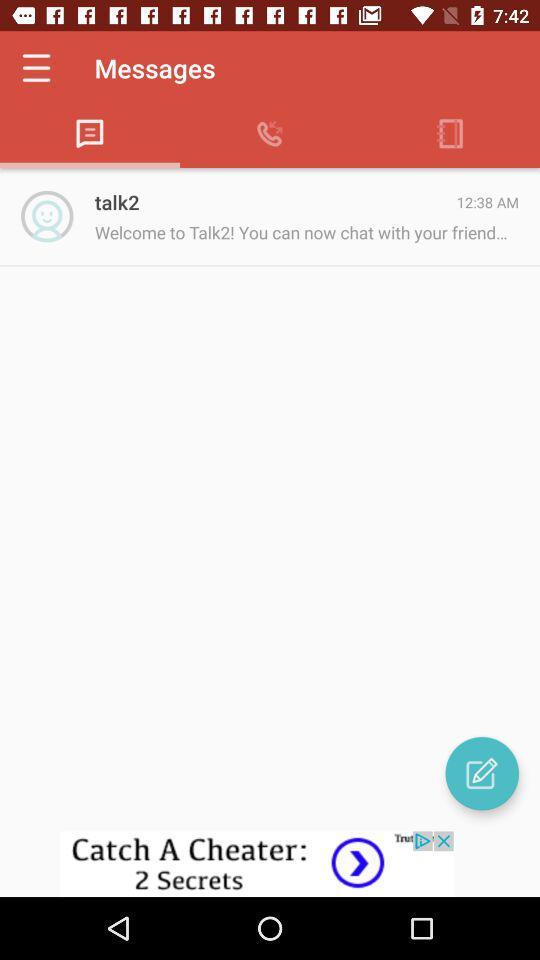  What do you see at coordinates (270, 863) in the screenshot?
I see `the advertisement` at bounding box center [270, 863].